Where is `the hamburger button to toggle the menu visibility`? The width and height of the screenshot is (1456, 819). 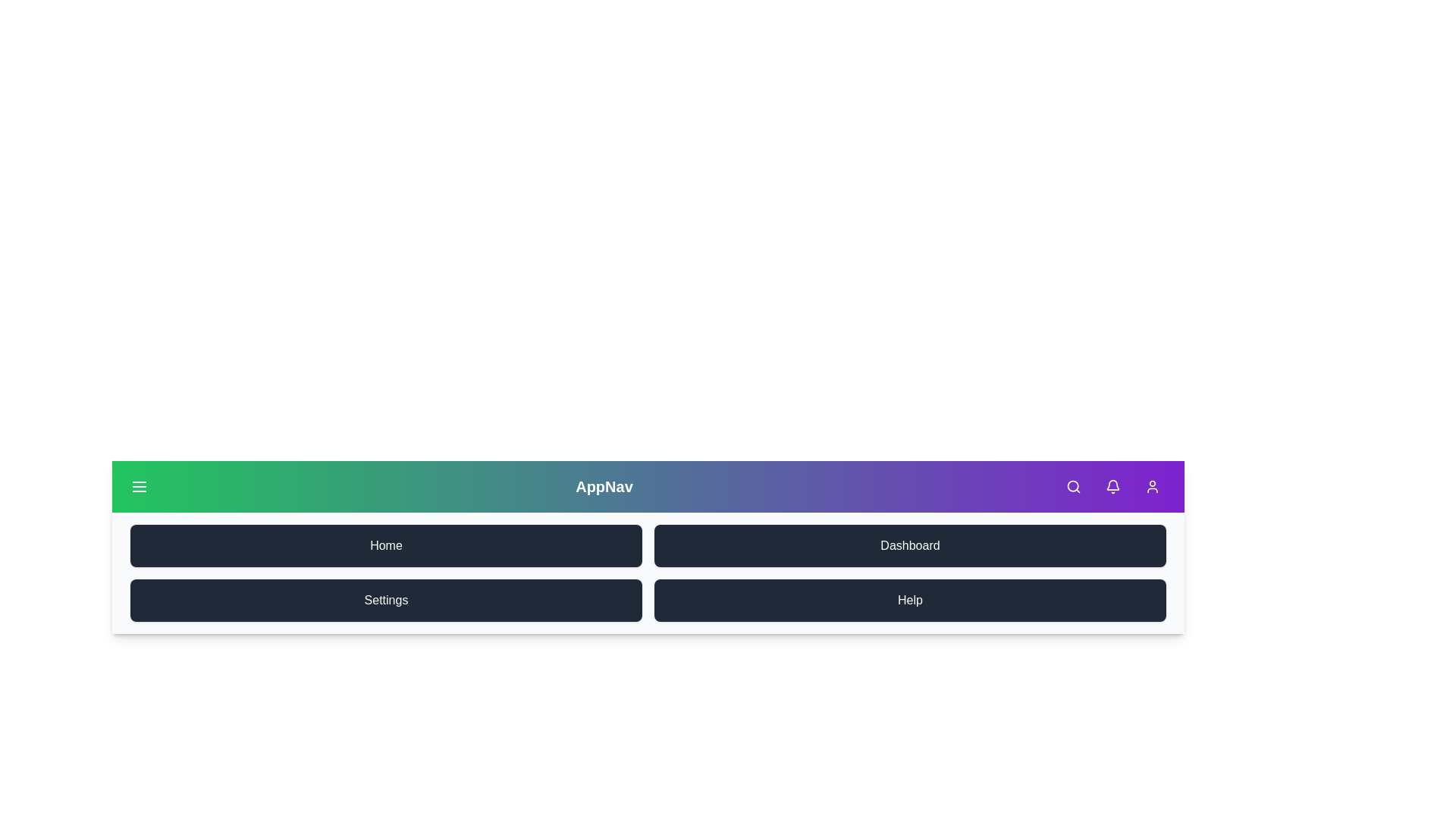
the hamburger button to toggle the menu visibility is located at coordinates (139, 486).